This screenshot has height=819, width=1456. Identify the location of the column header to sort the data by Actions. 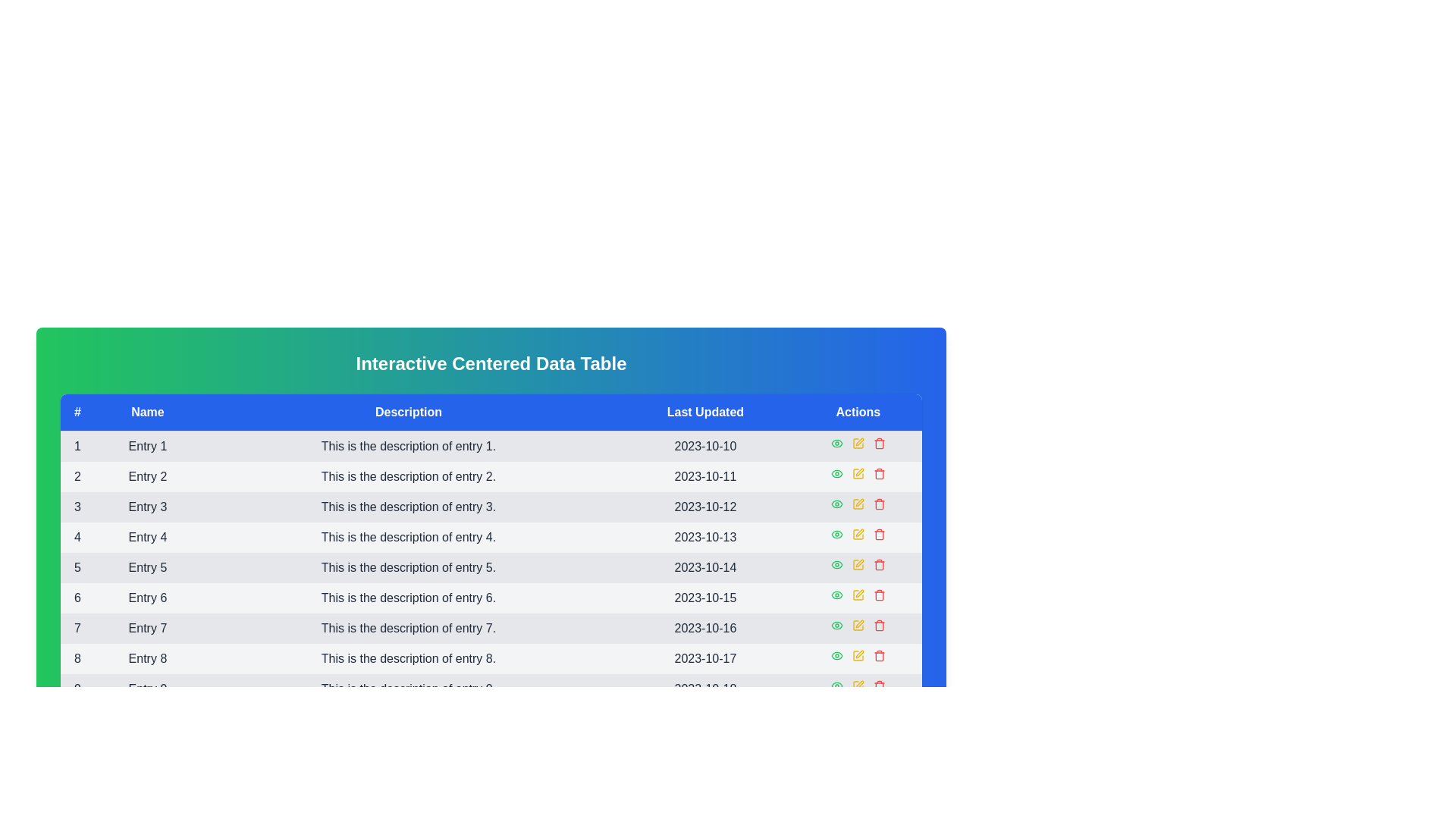
(858, 413).